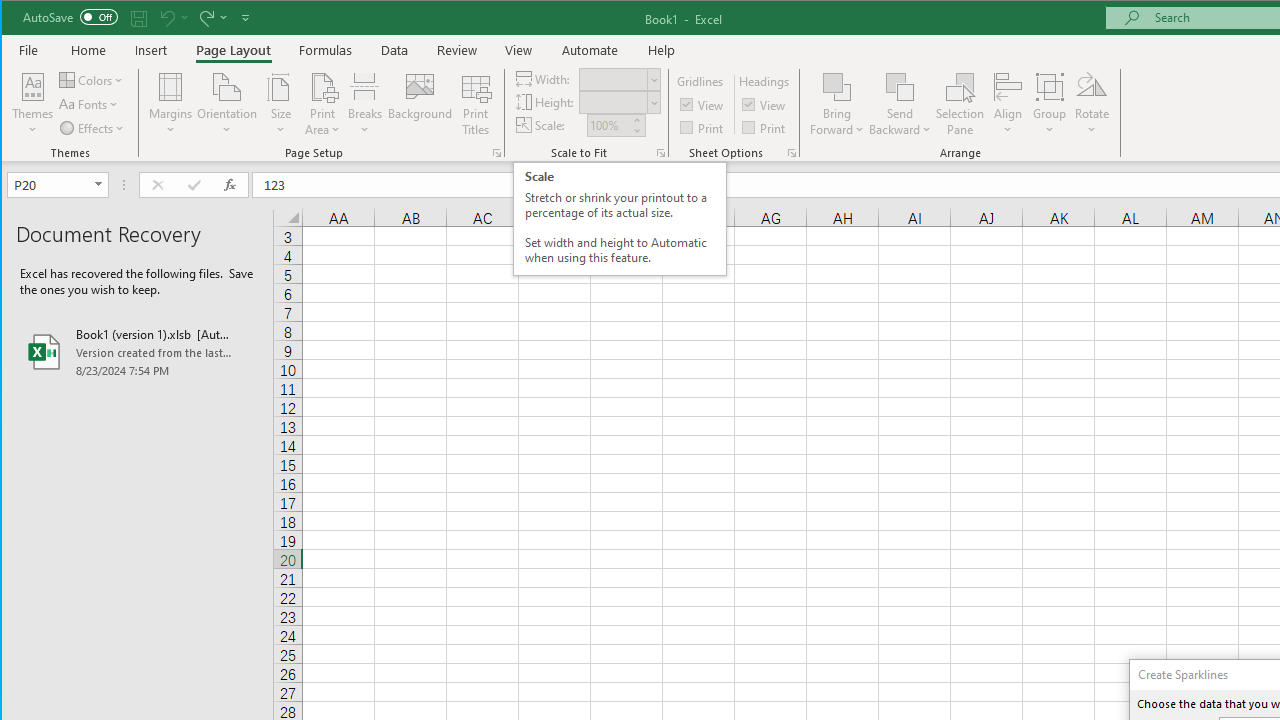 The height and width of the screenshot is (720, 1280). What do you see at coordinates (150, 49) in the screenshot?
I see `'Insert'` at bounding box center [150, 49].